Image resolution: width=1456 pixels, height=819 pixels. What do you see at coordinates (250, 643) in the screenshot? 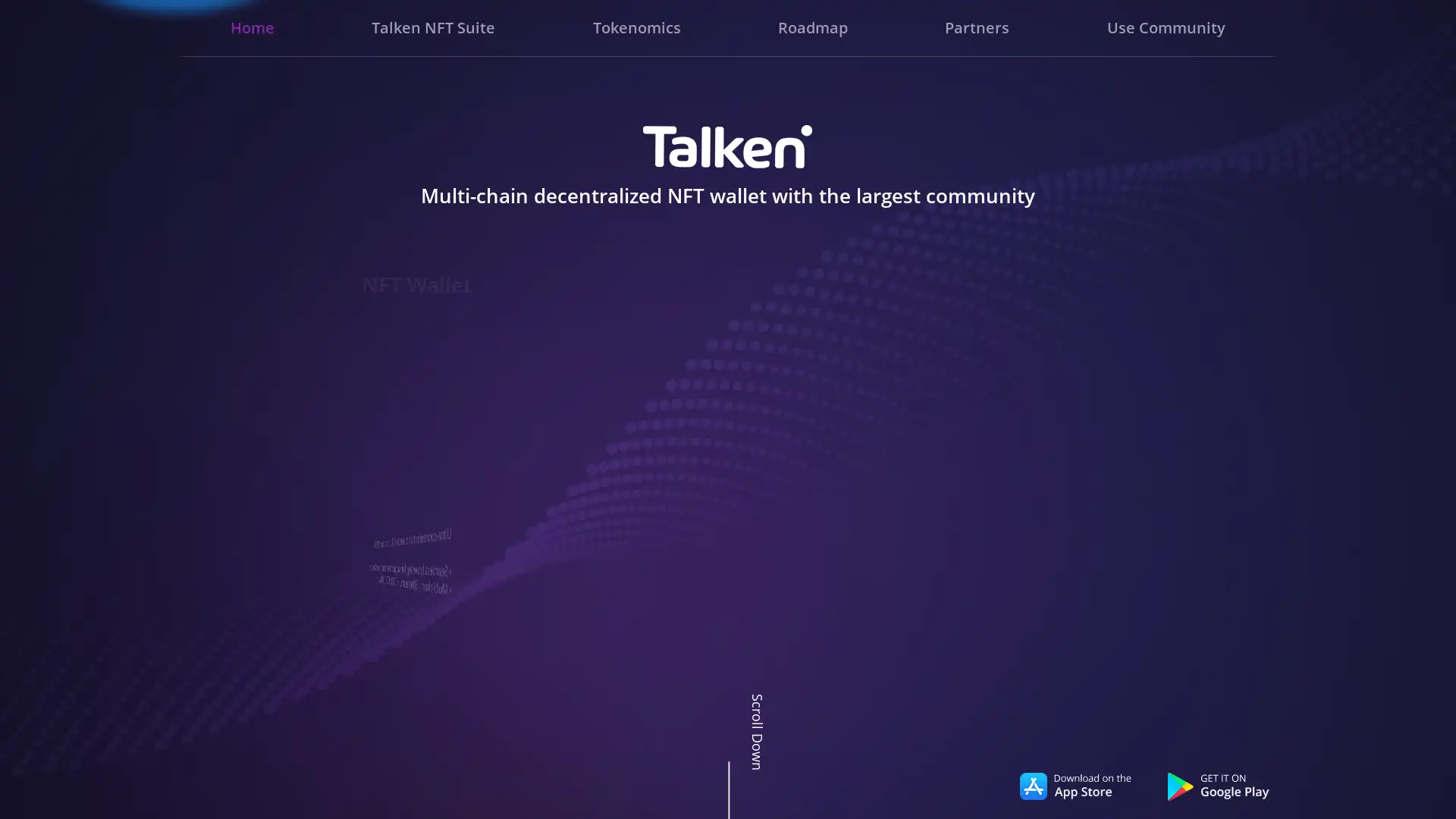
I see `Go to slide 3` at bounding box center [250, 643].